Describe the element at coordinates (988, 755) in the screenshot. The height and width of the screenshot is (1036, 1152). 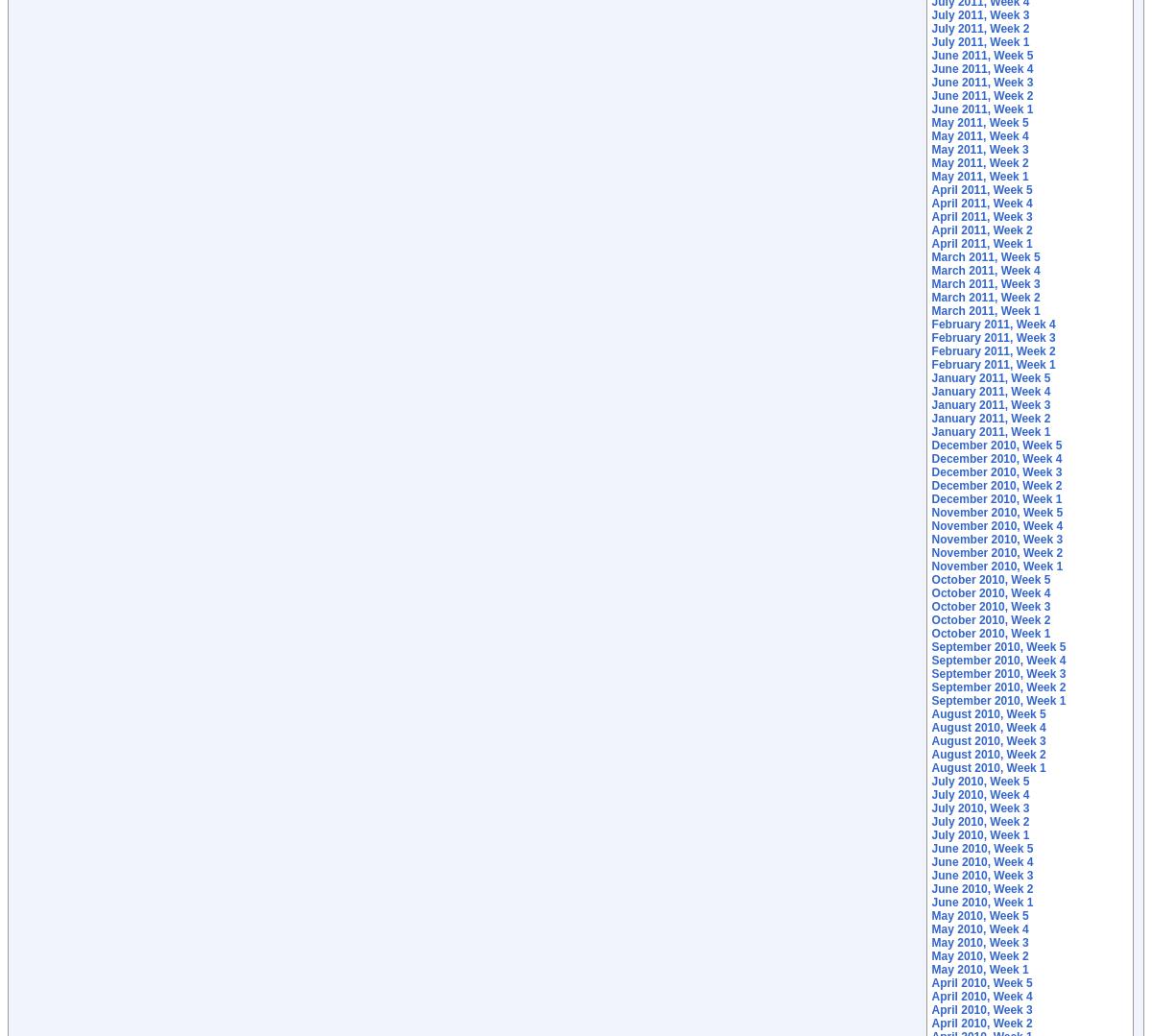
I see `'August 2010, Week 2'` at that location.